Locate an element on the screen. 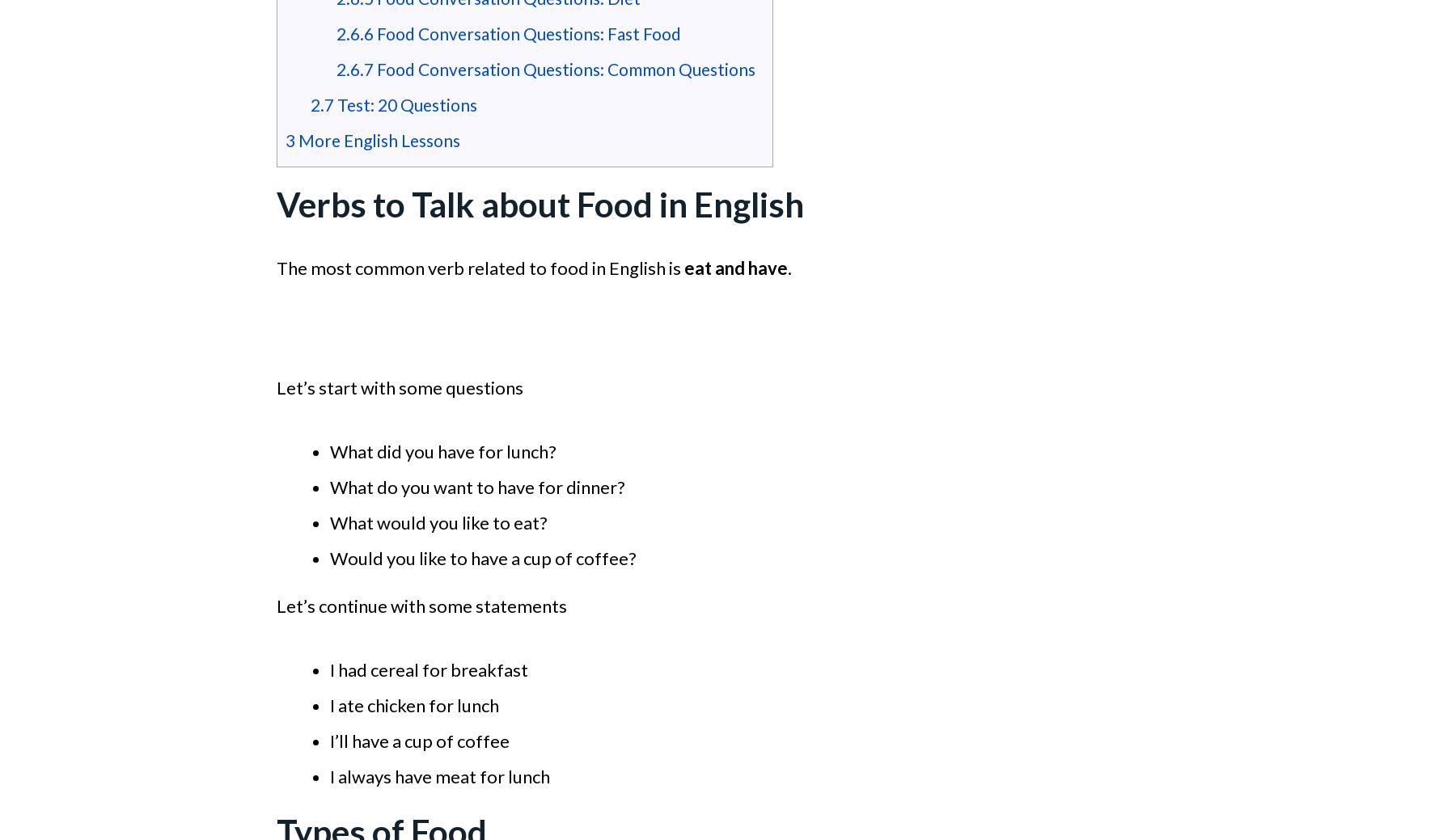 The width and height of the screenshot is (1443, 840). 'Let’s start with some questions' is located at coordinates (400, 386).